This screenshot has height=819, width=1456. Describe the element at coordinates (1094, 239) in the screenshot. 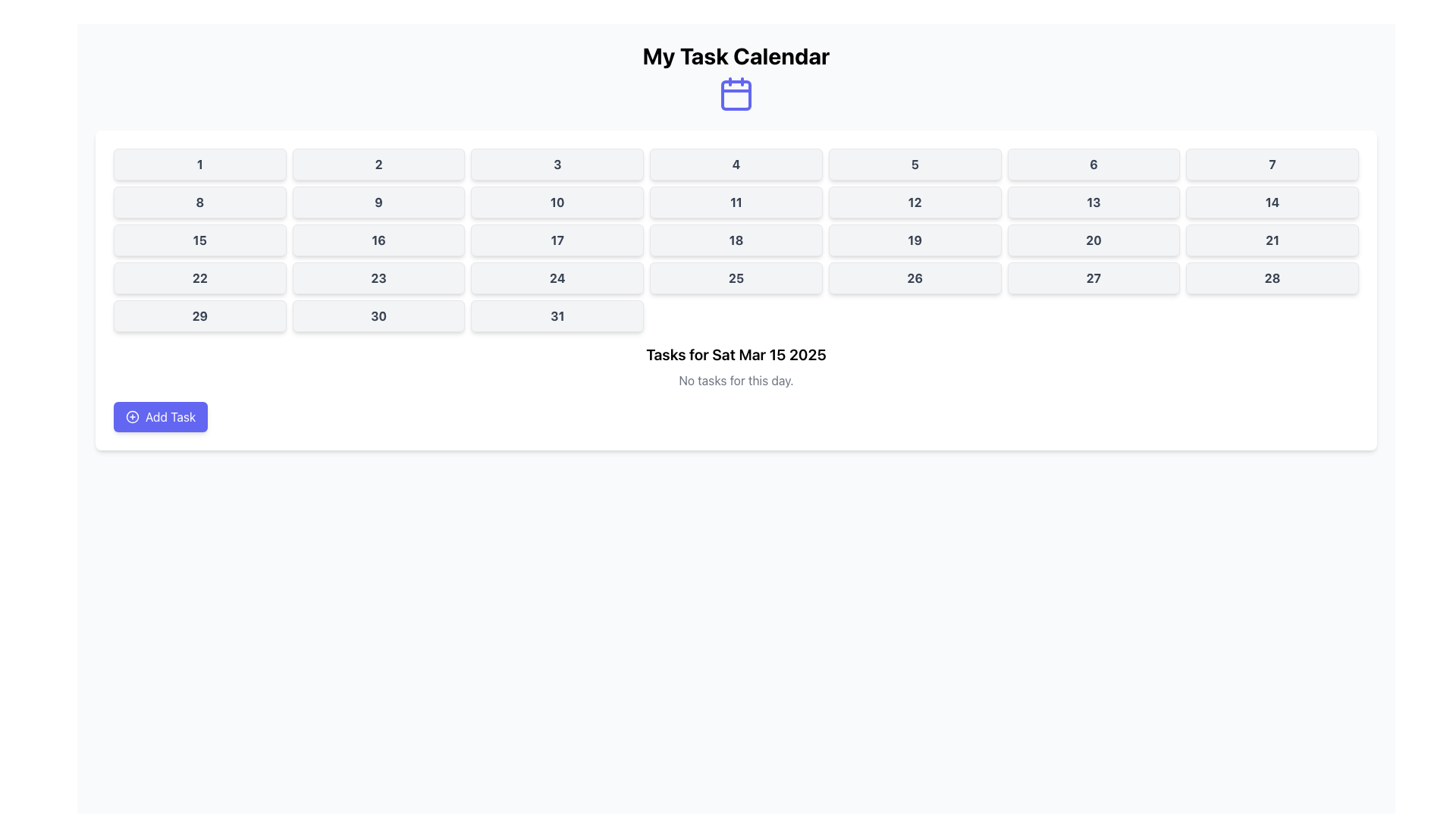

I see `the button representing the 20th day` at that location.